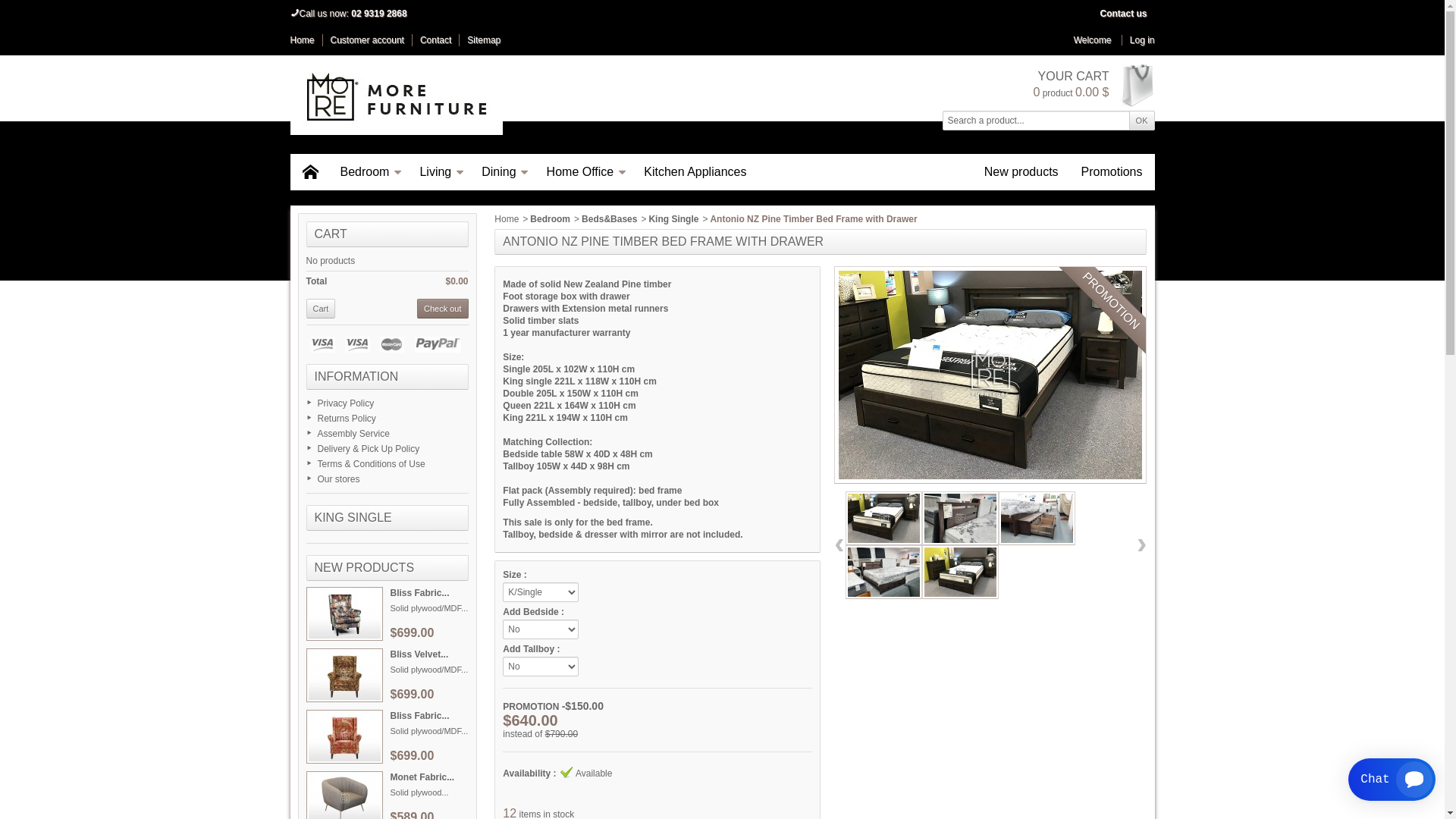  What do you see at coordinates (1093, 84) in the screenshot?
I see `'YOUR CART` at bounding box center [1093, 84].